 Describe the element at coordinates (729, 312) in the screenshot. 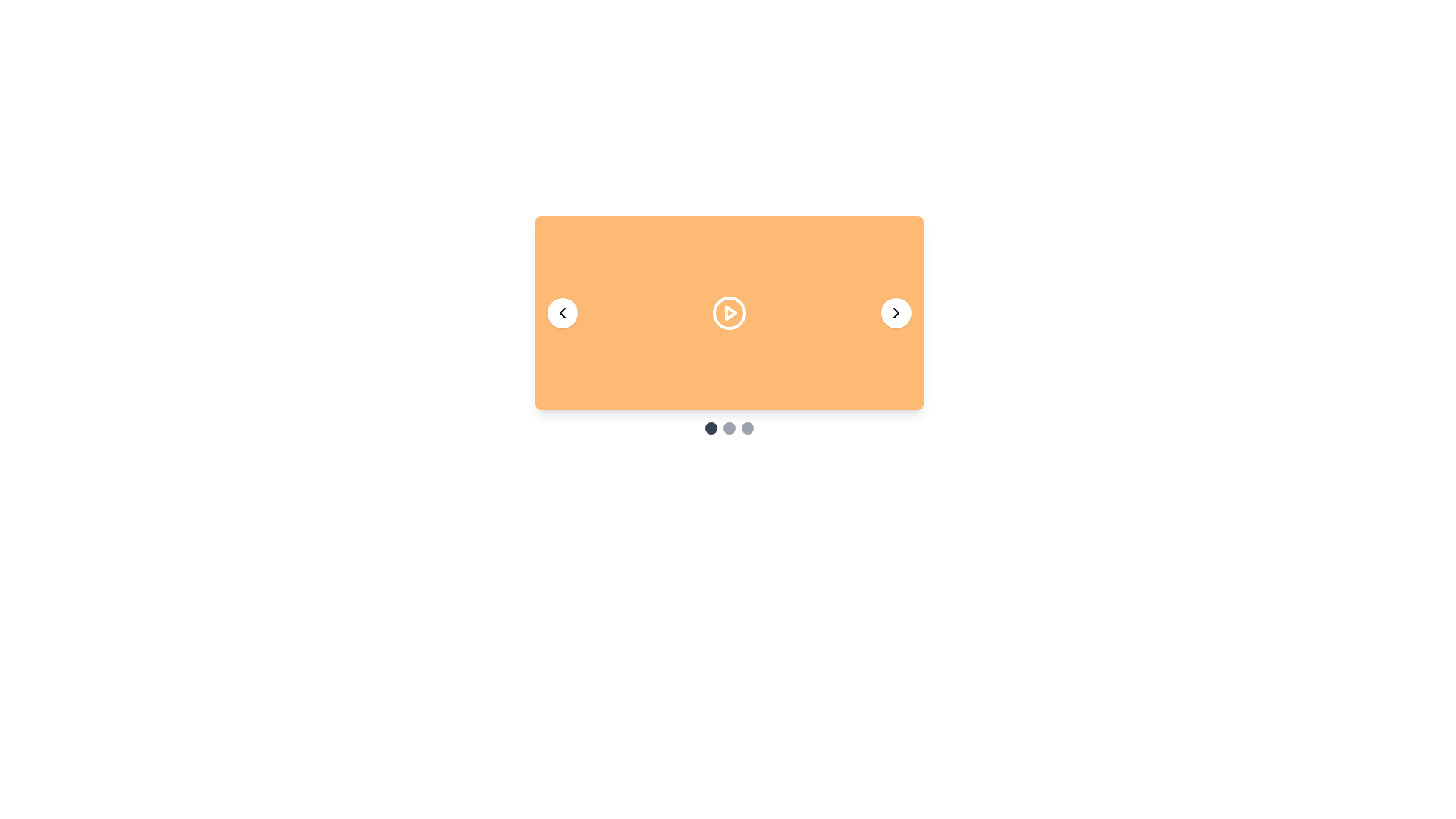

I see `the circular play button with a triangle pointing to the right, which is centrally positioned within an orange background to play the content` at that location.